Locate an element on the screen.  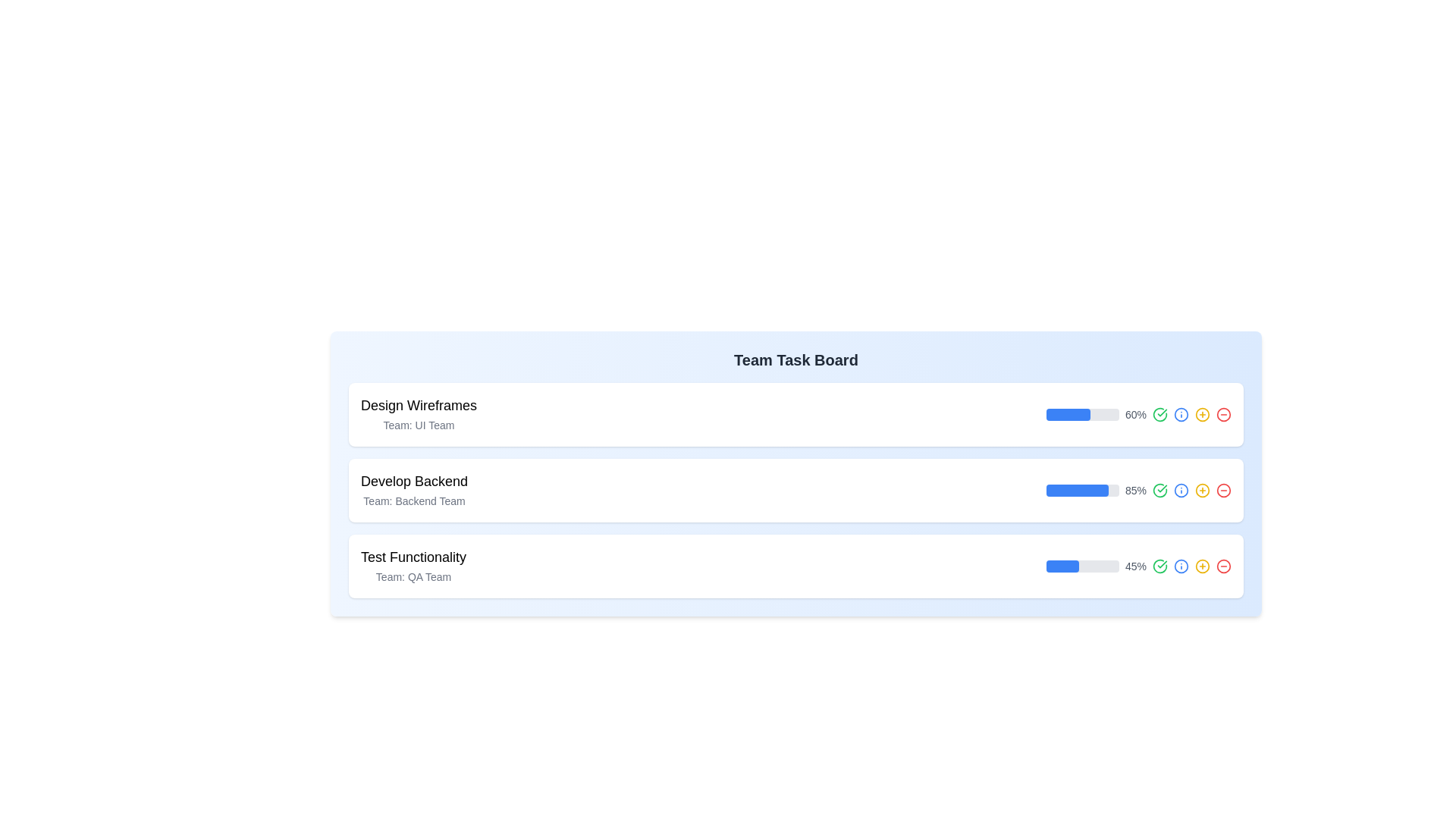
the 'Develop Backend' text label, which is styled with a bold and larger font size, located in the second row of a vertically stacked list is located at coordinates (414, 482).